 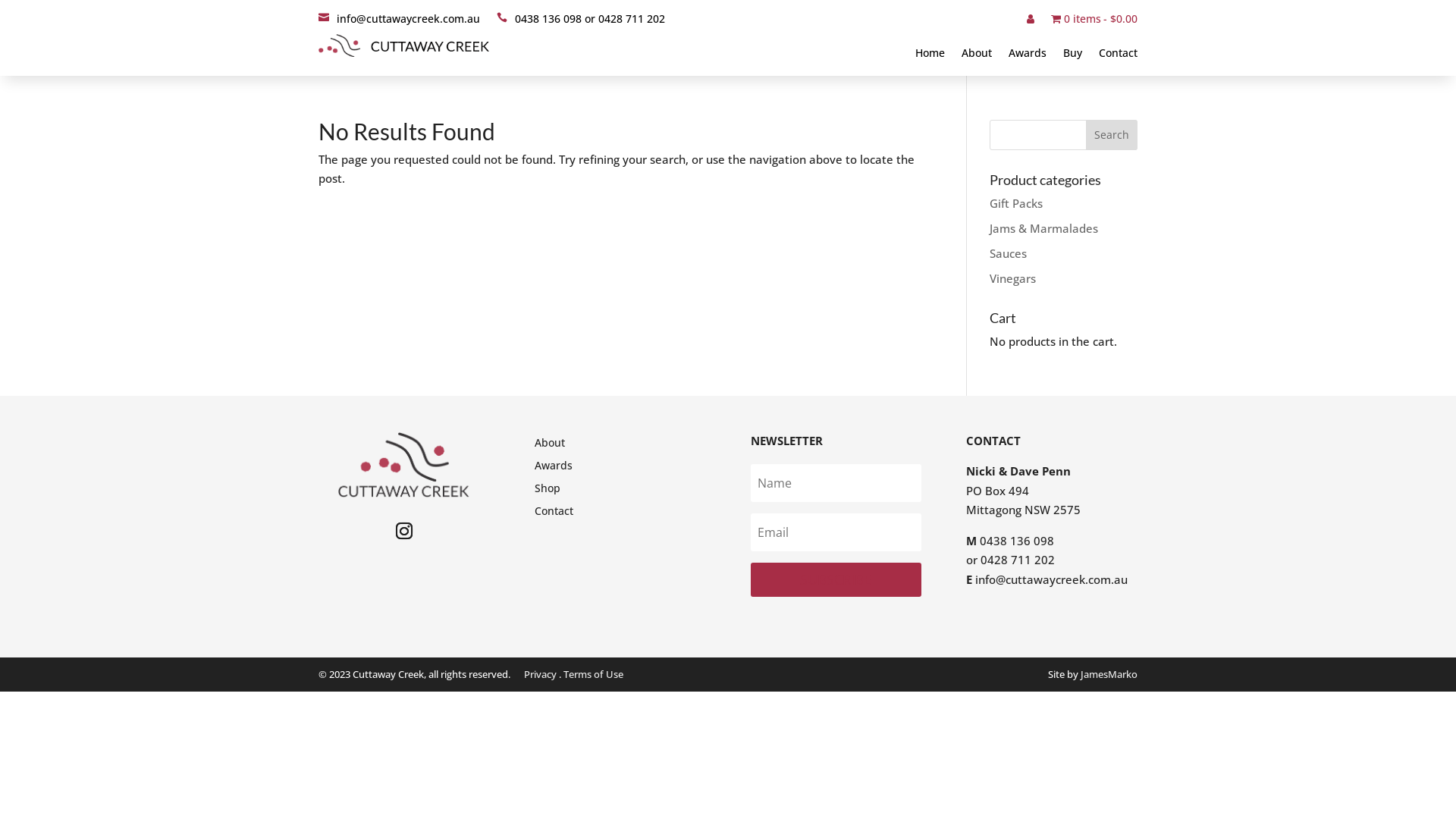 What do you see at coordinates (1072, 55) in the screenshot?
I see `'Buy'` at bounding box center [1072, 55].